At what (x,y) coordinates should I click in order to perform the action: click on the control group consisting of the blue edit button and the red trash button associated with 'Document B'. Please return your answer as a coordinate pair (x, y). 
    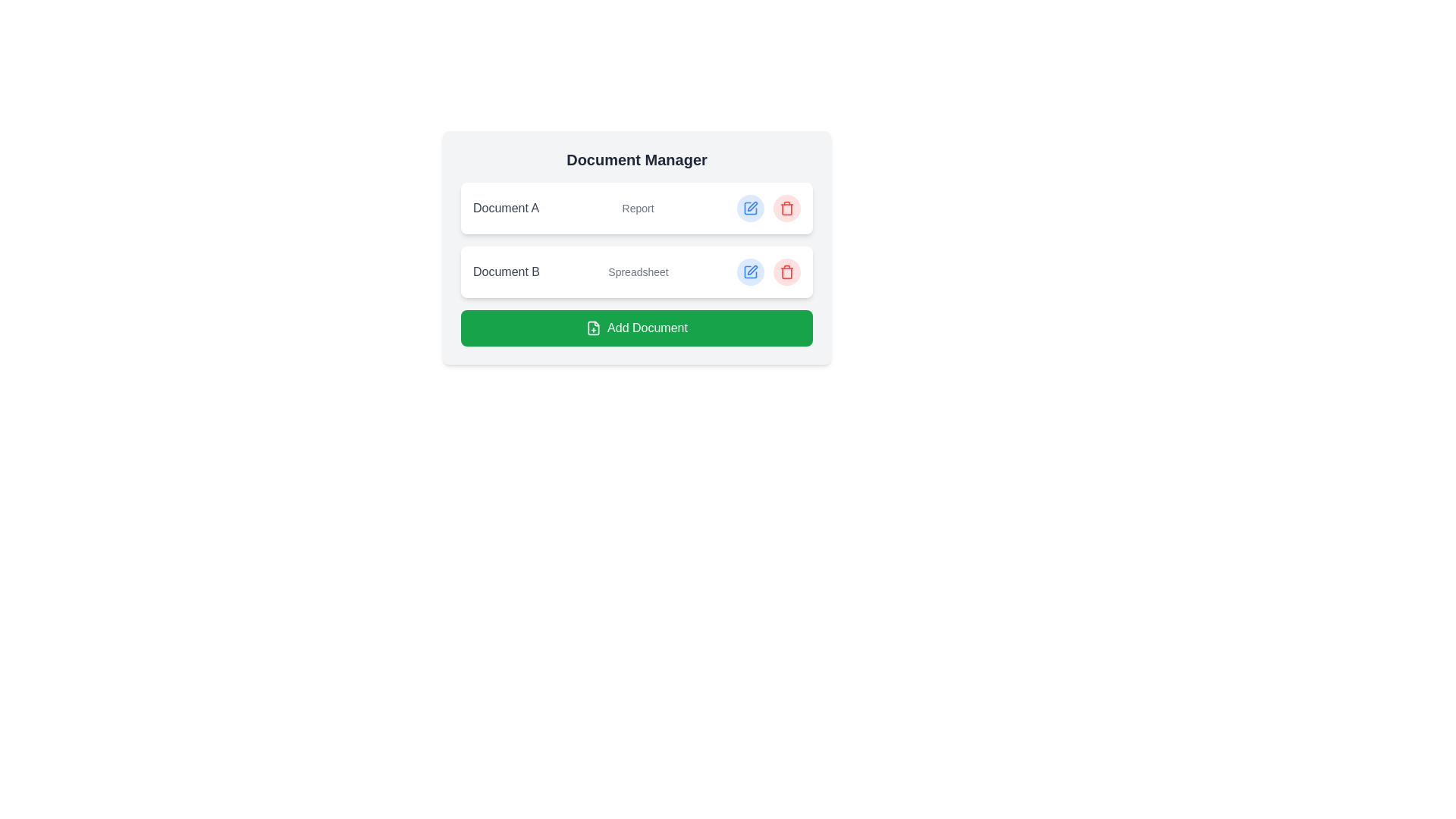
    Looking at the image, I should click on (768, 271).